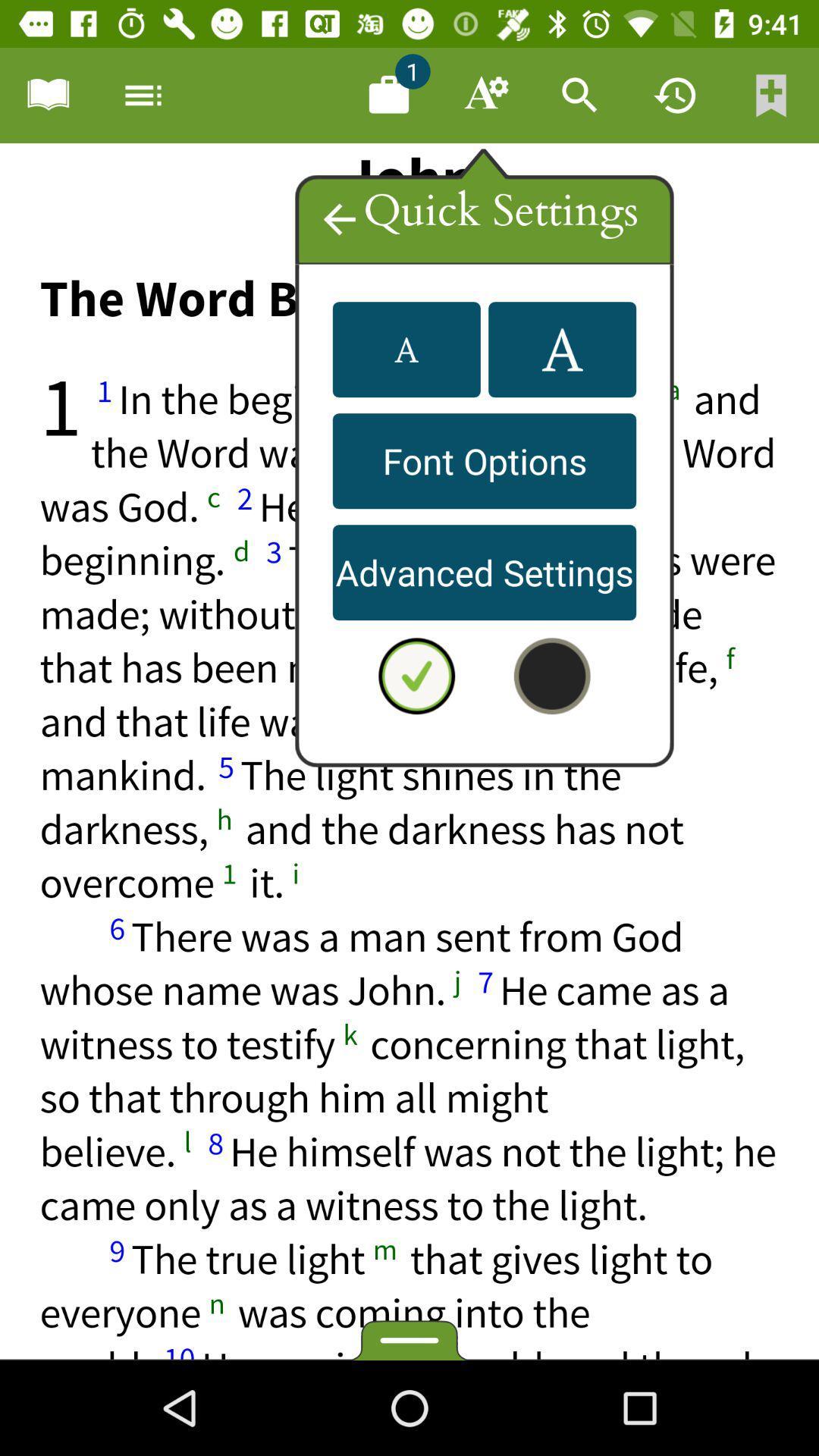 This screenshot has width=819, height=1456. I want to click on color, so click(552, 675).